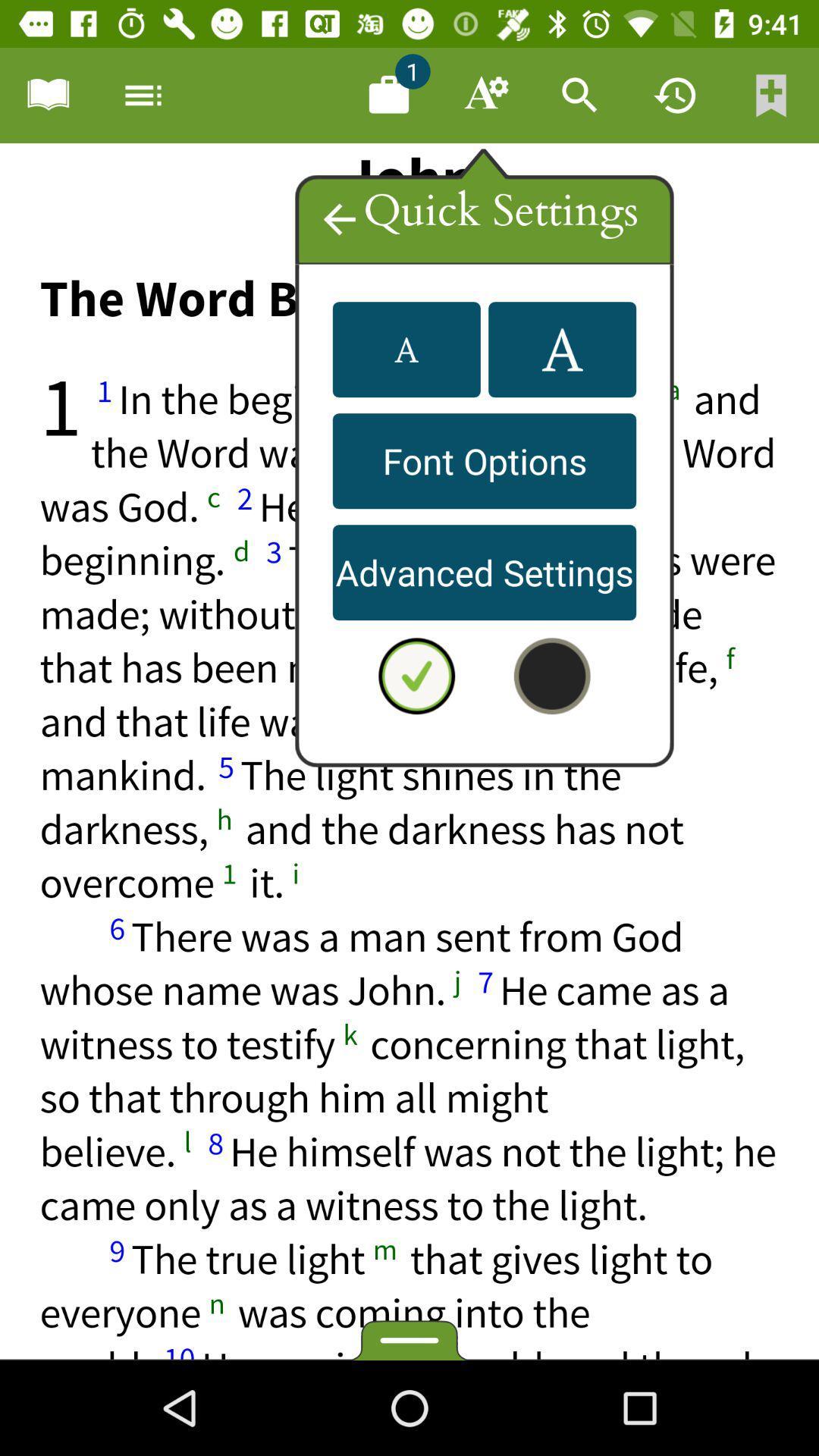 This screenshot has width=819, height=1456. I want to click on color, so click(552, 675).